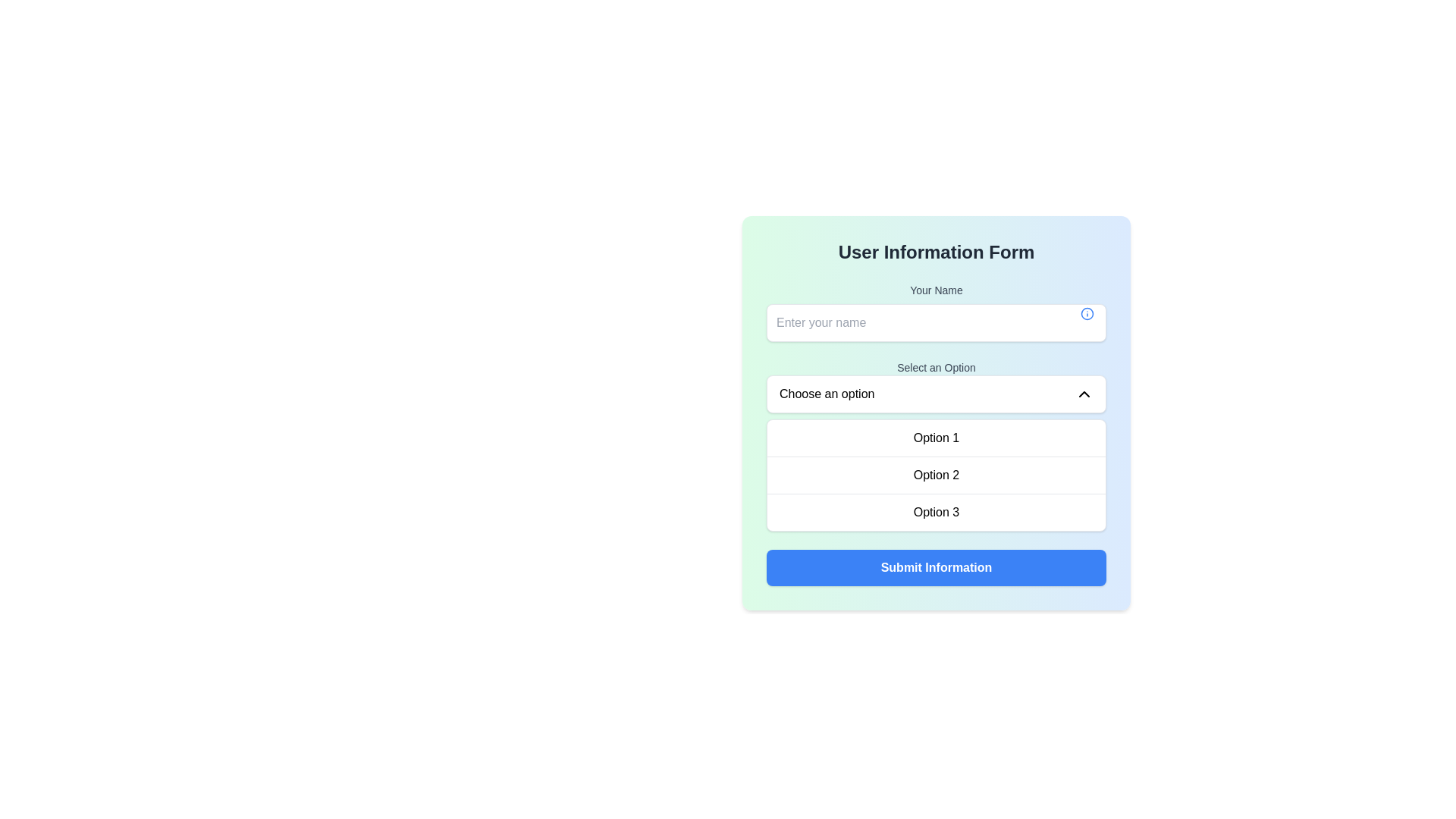  Describe the element at coordinates (1087, 312) in the screenshot. I see `the decorative SVG circle element that is part of the information icon located near the top right corner of the 'User Information Form', specifically in the 'Your Name' input section` at that location.